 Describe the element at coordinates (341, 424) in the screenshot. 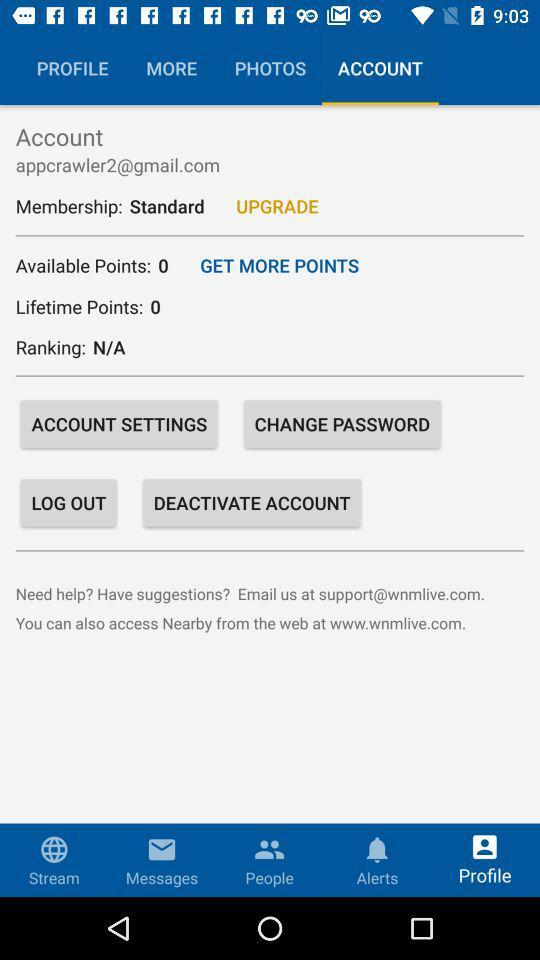

I see `icon to the right of the account settings icon` at that location.